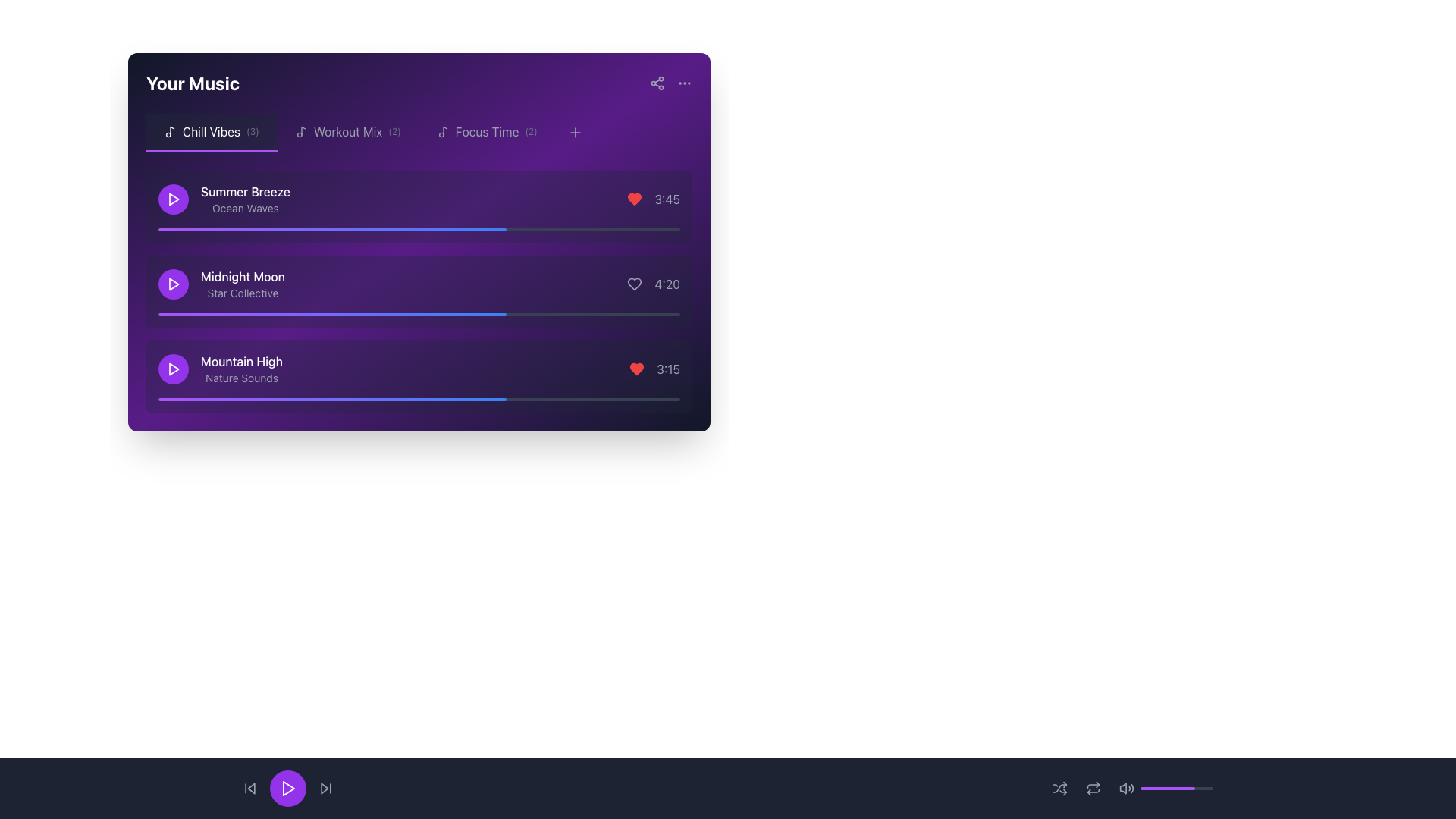 The image size is (1456, 819). Describe the element at coordinates (174, 369) in the screenshot. I see `the play button, a triangular icon with a red interior on a purple circular background, located in the third row under the 'Chill Vibes' tab in 'Your Music', next to the text 'Mountain High'` at that location.